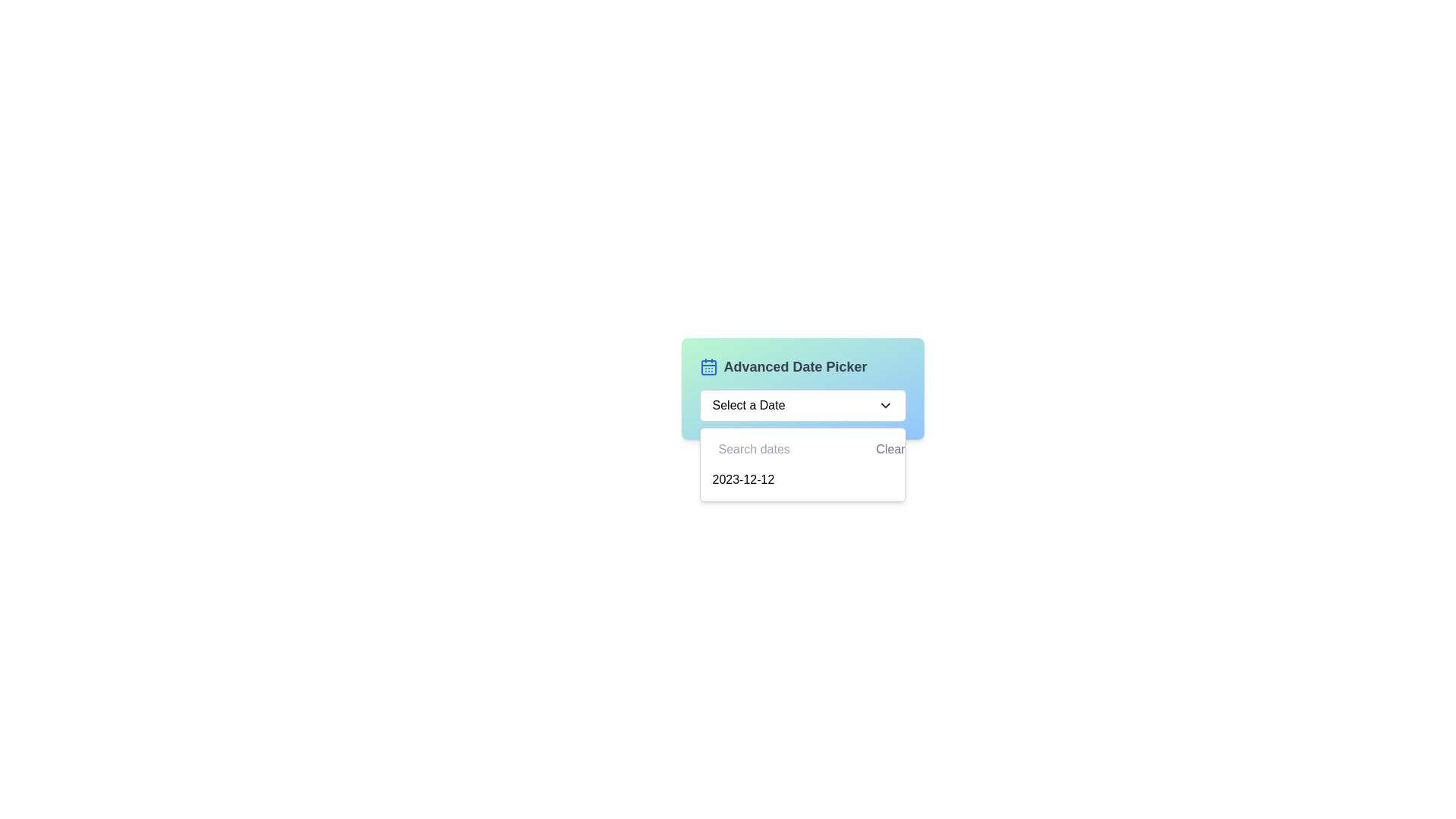  What do you see at coordinates (802, 388) in the screenshot?
I see `the dropdown menu of the date picker widget` at bounding box center [802, 388].